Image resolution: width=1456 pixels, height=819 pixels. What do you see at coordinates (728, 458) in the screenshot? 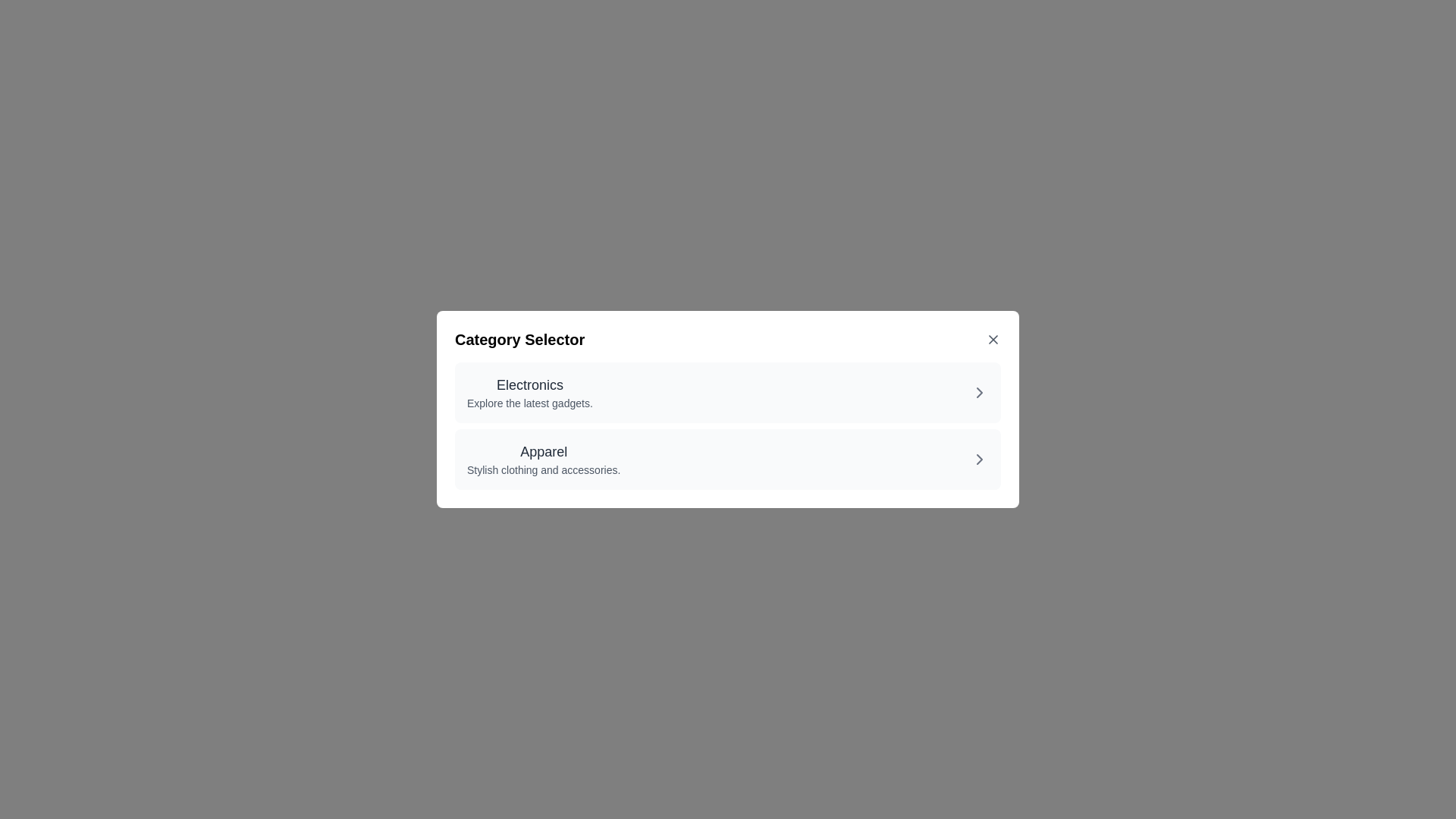
I see `the 'Apparel' card item` at bounding box center [728, 458].